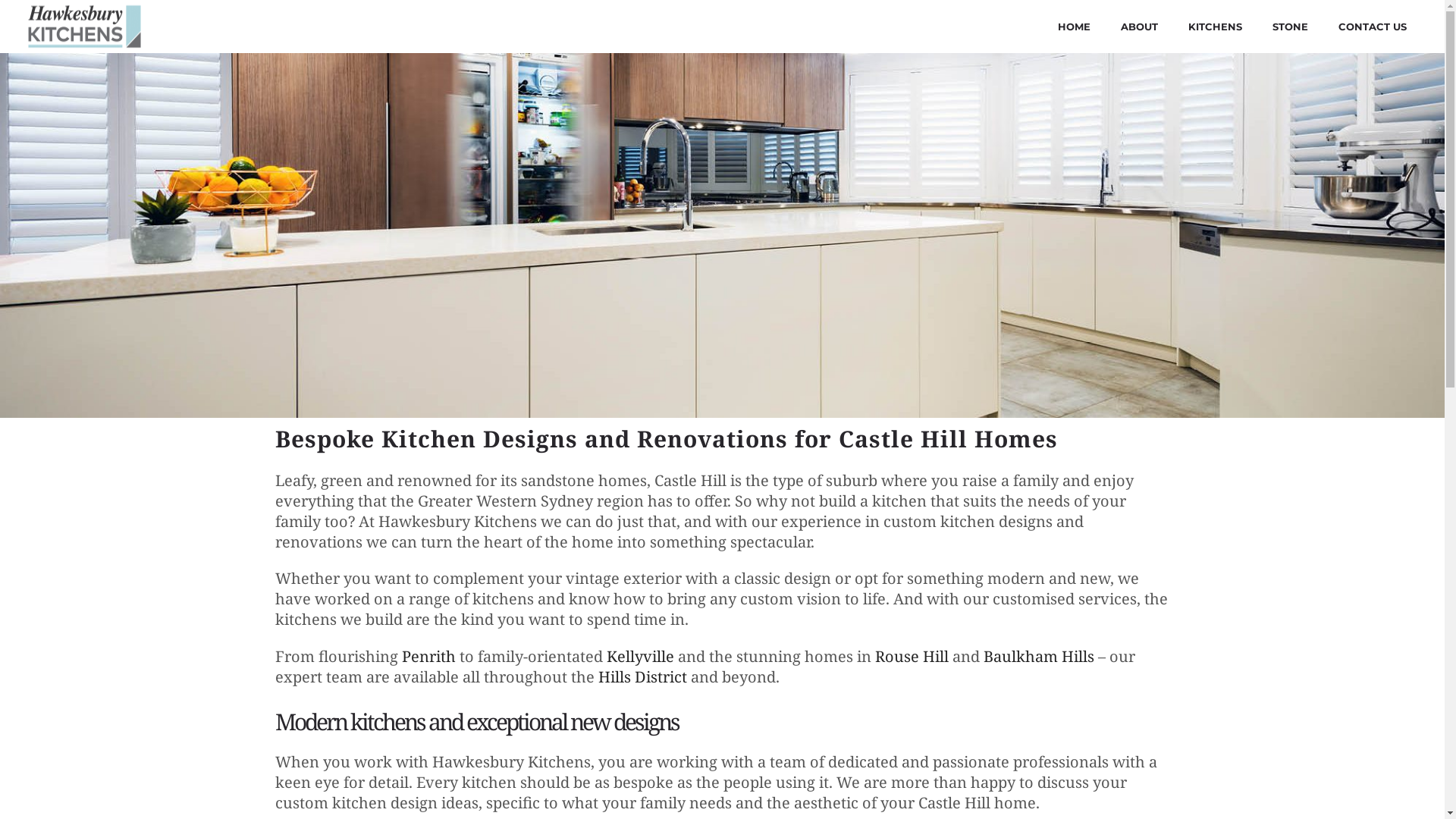  Describe the element at coordinates (1037, 655) in the screenshot. I see `'Baulkham Hills'` at that location.